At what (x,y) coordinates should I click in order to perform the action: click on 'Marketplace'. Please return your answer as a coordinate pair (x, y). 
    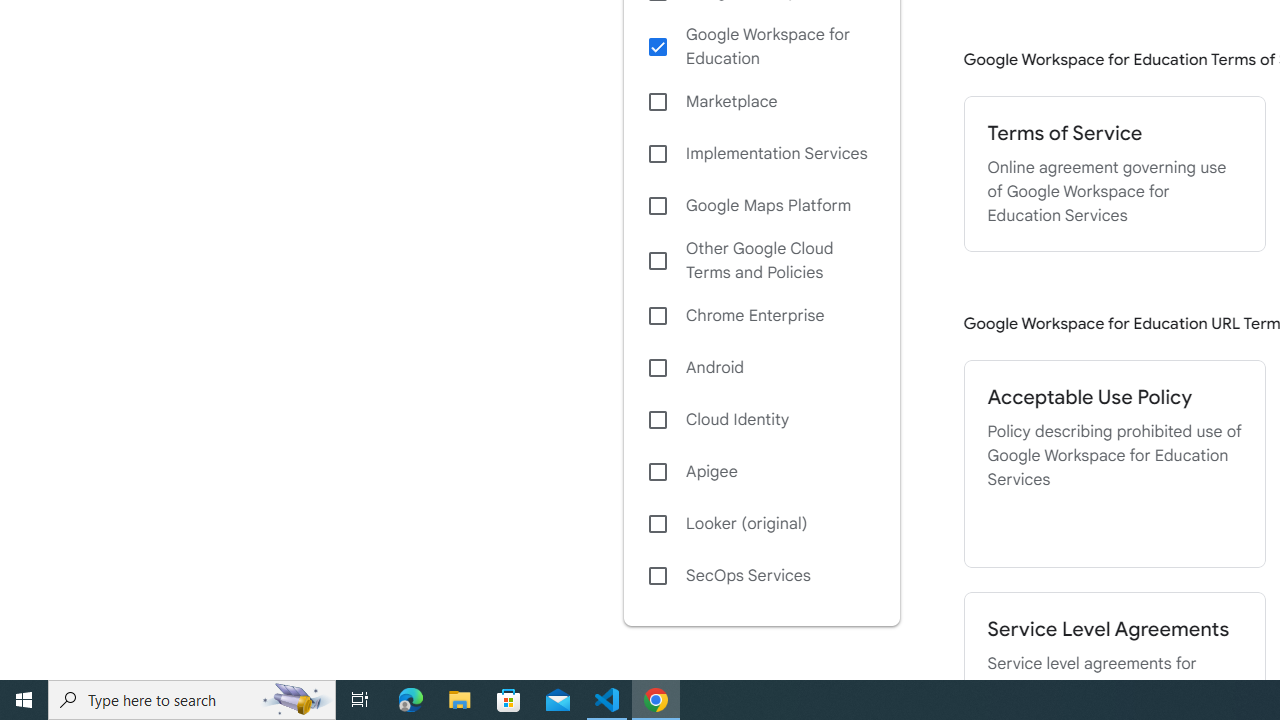
    Looking at the image, I should click on (760, 102).